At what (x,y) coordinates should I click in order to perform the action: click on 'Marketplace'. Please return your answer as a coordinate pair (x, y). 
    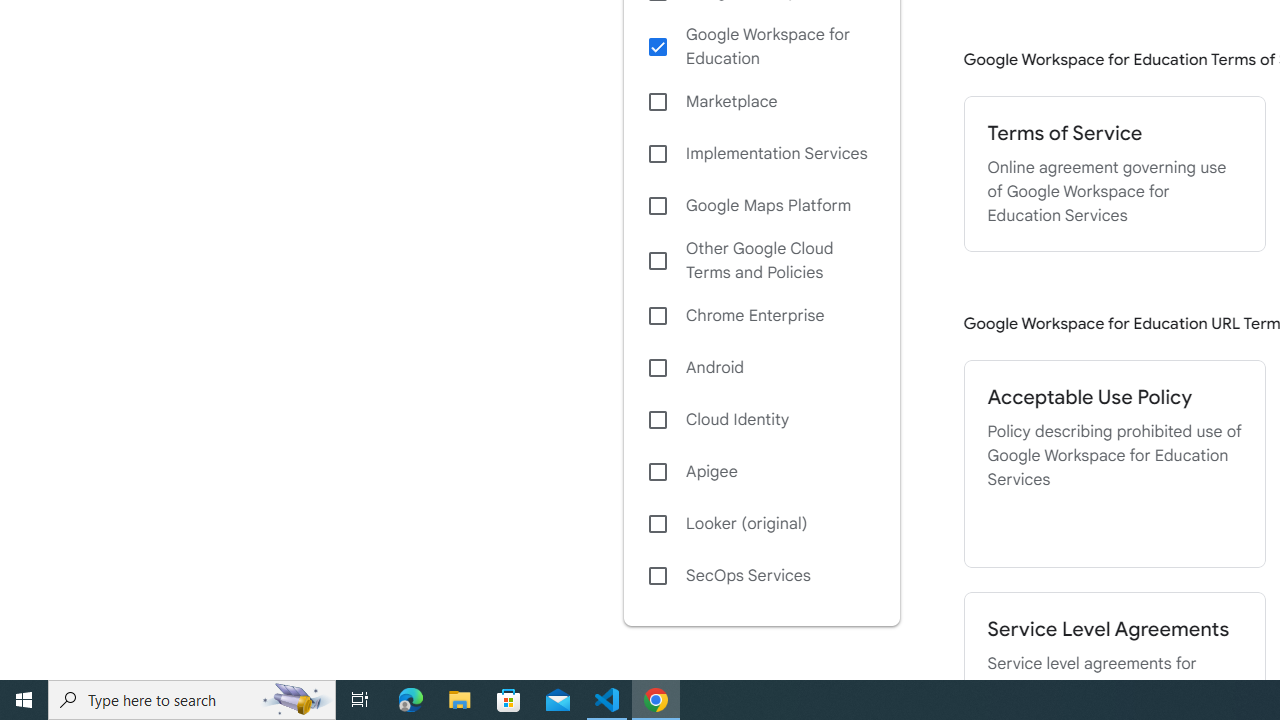
    Looking at the image, I should click on (760, 102).